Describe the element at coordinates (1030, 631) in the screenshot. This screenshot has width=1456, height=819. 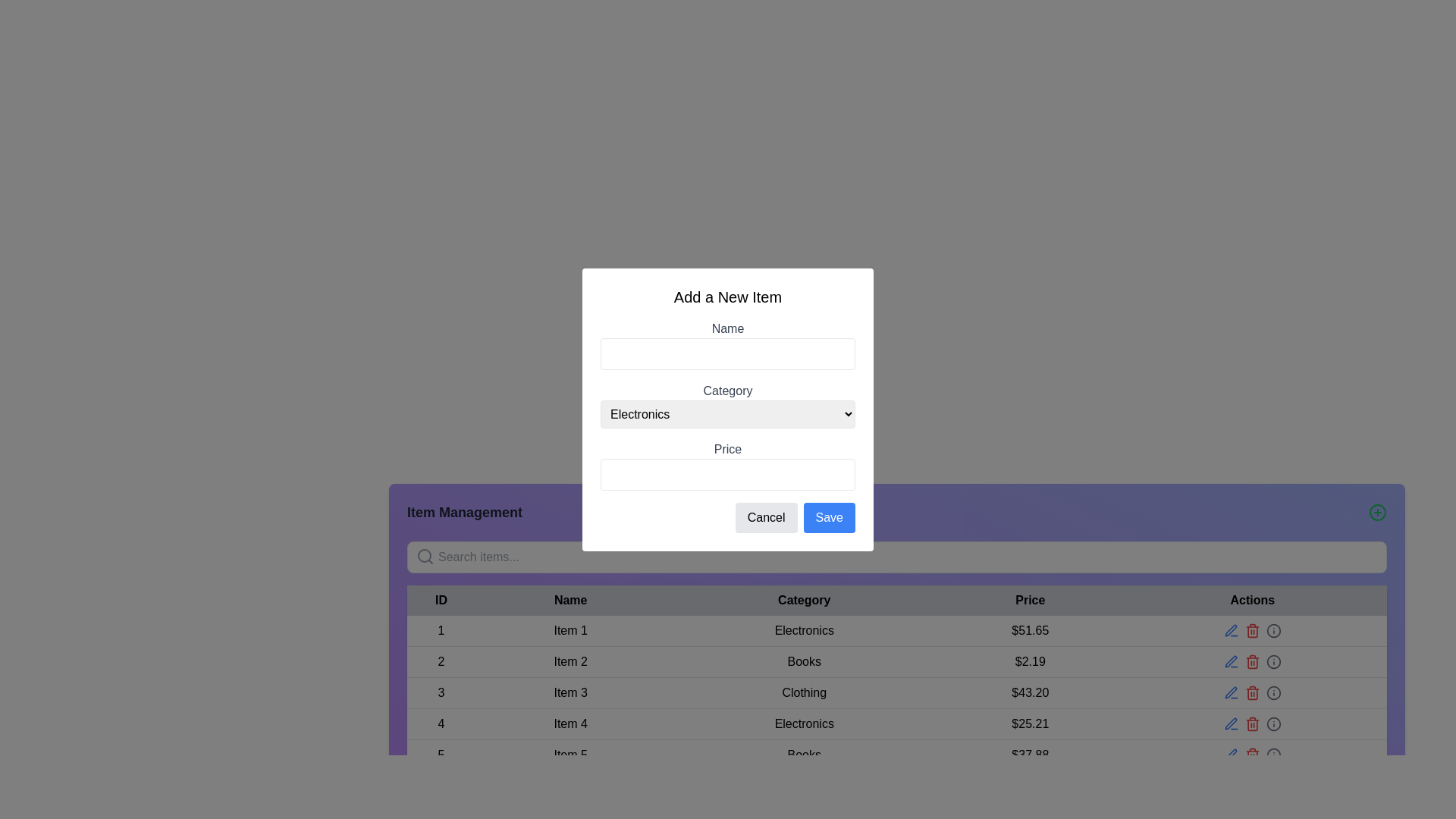
I see `the price text element displaying the cost for 'Item 1' in the data table under the 'Price' column, which is adjacent to the 'Category' column labeled 'Electronics'` at that location.